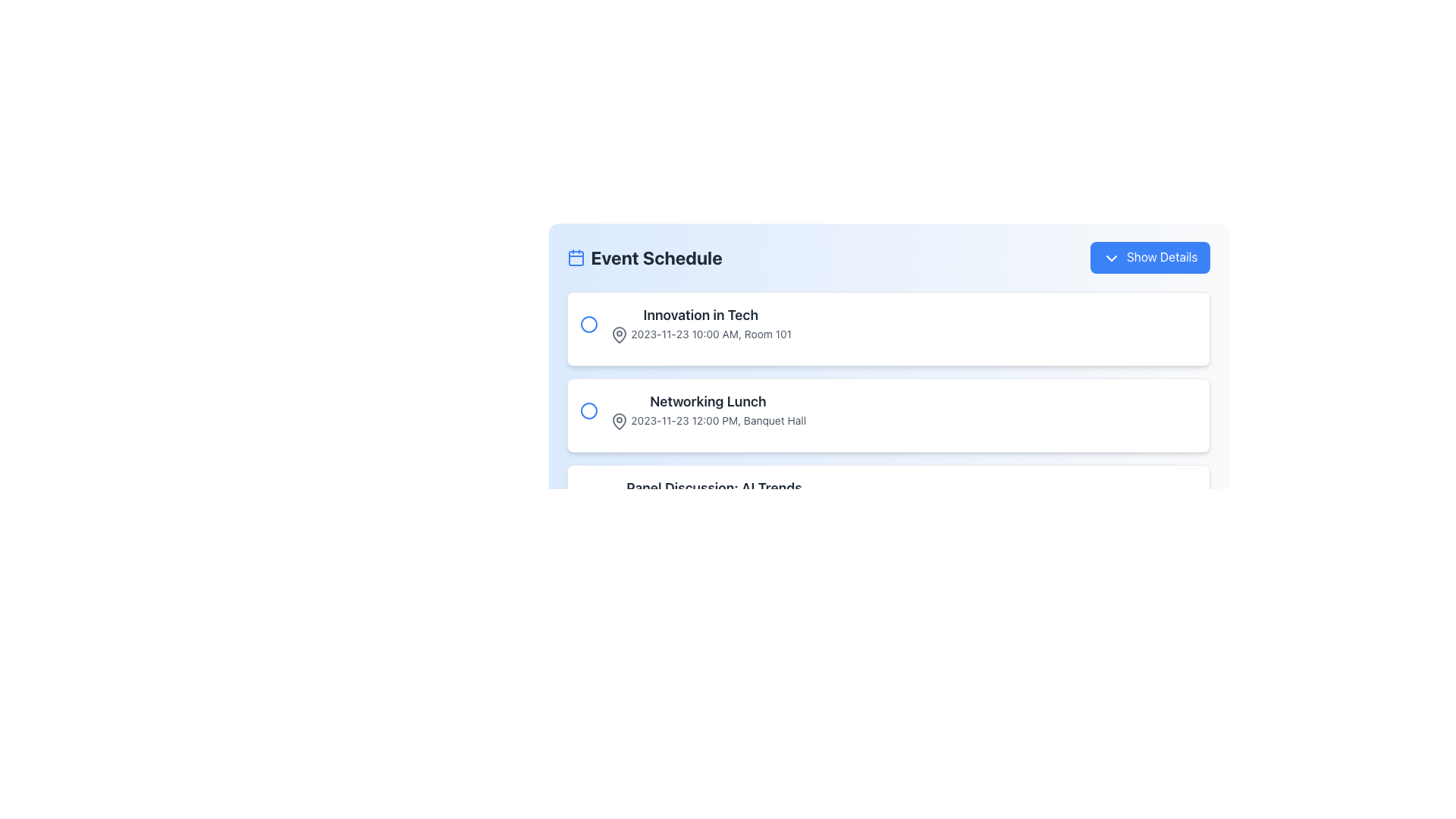 The height and width of the screenshot is (819, 1456). What do you see at coordinates (619, 421) in the screenshot?
I see `the map pin icon that visually indicates the location for the 'Networking Lunch' event, positioned to the left of the text '2023-11-23 12:00 PM, Banquet Hall'` at bounding box center [619, 421].